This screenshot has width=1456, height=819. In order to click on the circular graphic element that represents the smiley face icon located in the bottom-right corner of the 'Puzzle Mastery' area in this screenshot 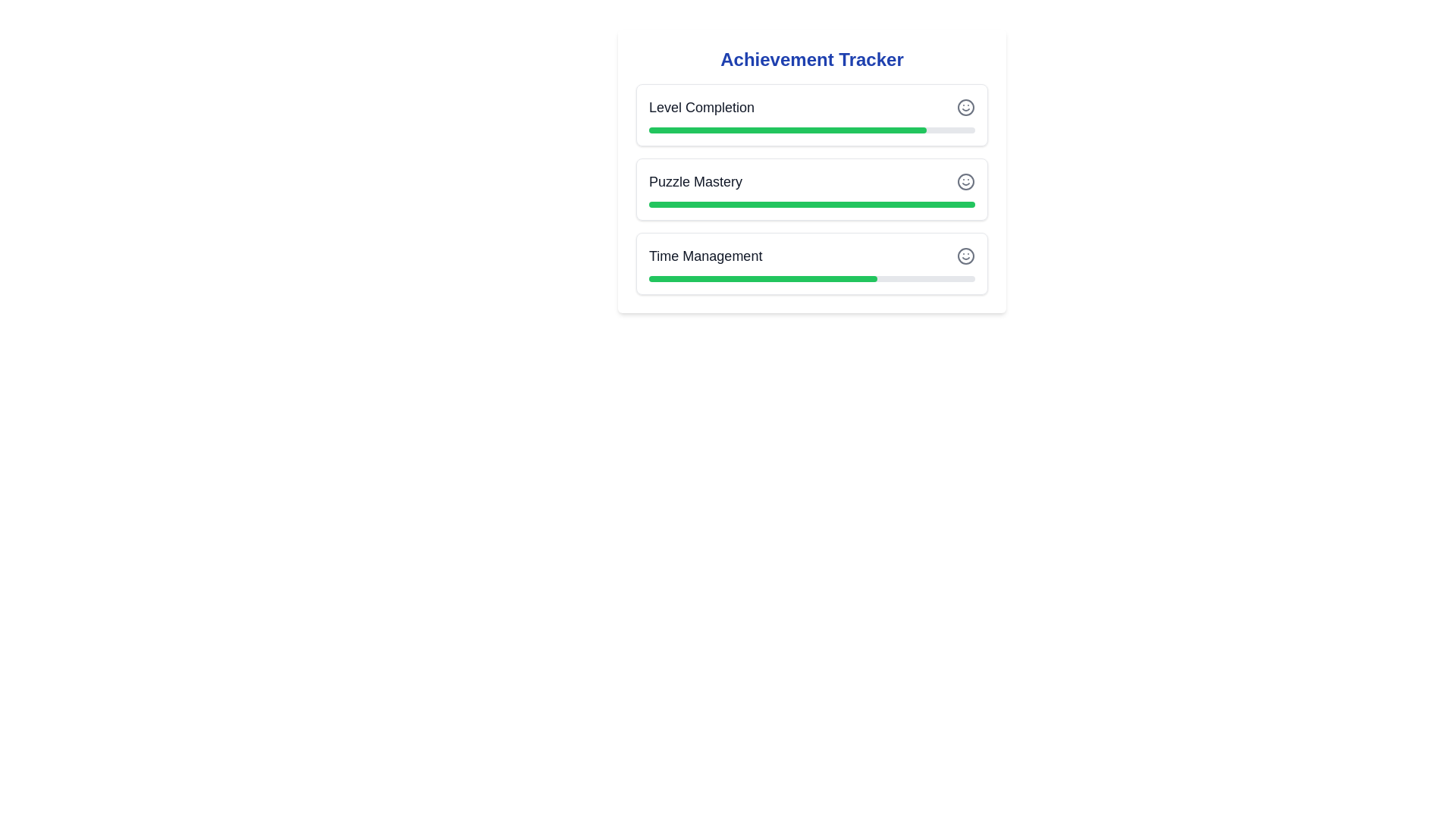, I will do `click(965, 180)`.